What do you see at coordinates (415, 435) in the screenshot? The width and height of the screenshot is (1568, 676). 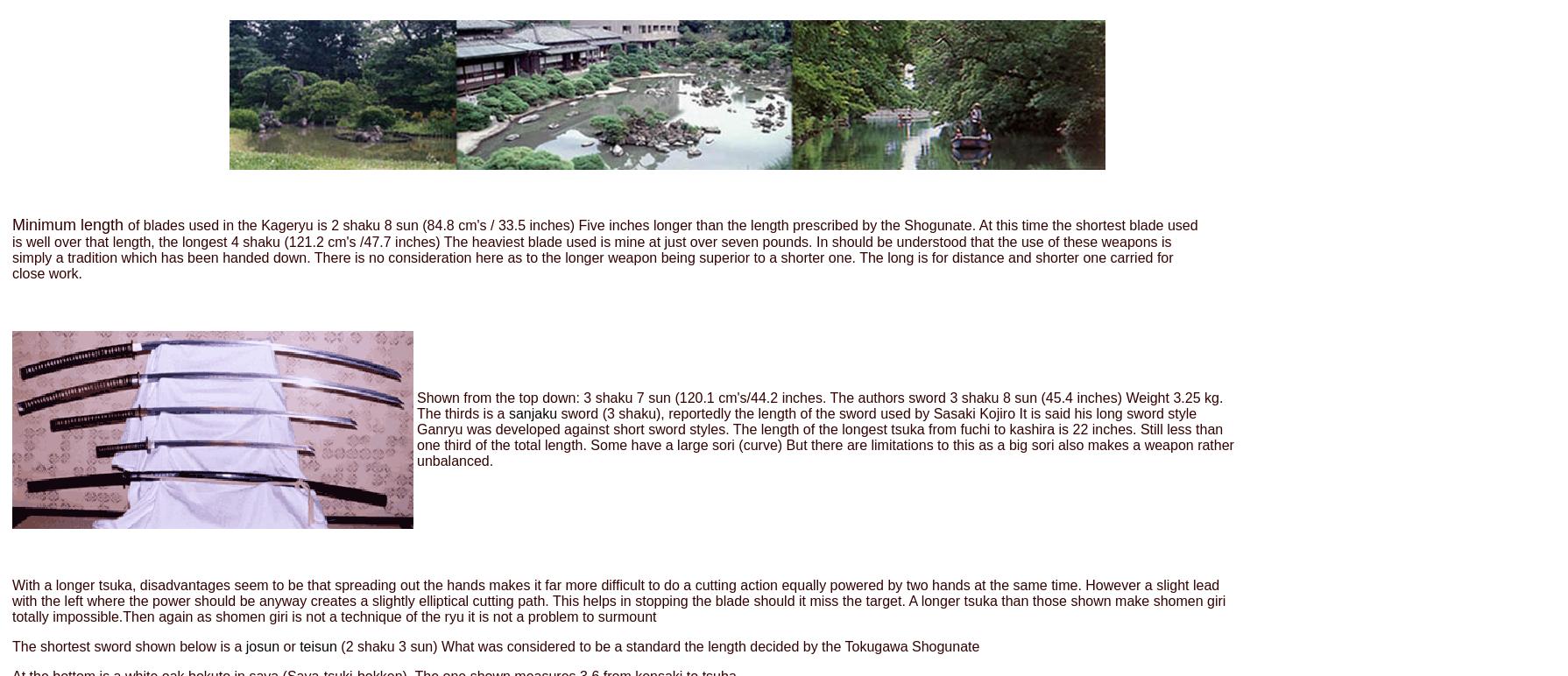 I see `'sword (3 shaku), reportedly the length of the sword used by Sasaki Kojiro It is said his long sword style Ganryu was developed against short sword styles. The length of the longest tsuka from fuchi to kashira is 22 inches. Still less than one third of the total length. Some have a large sori (curve) But there are limitations to this as a big sori also makes a weapon rather unbalanced.'` at bounding box center [415, 435].